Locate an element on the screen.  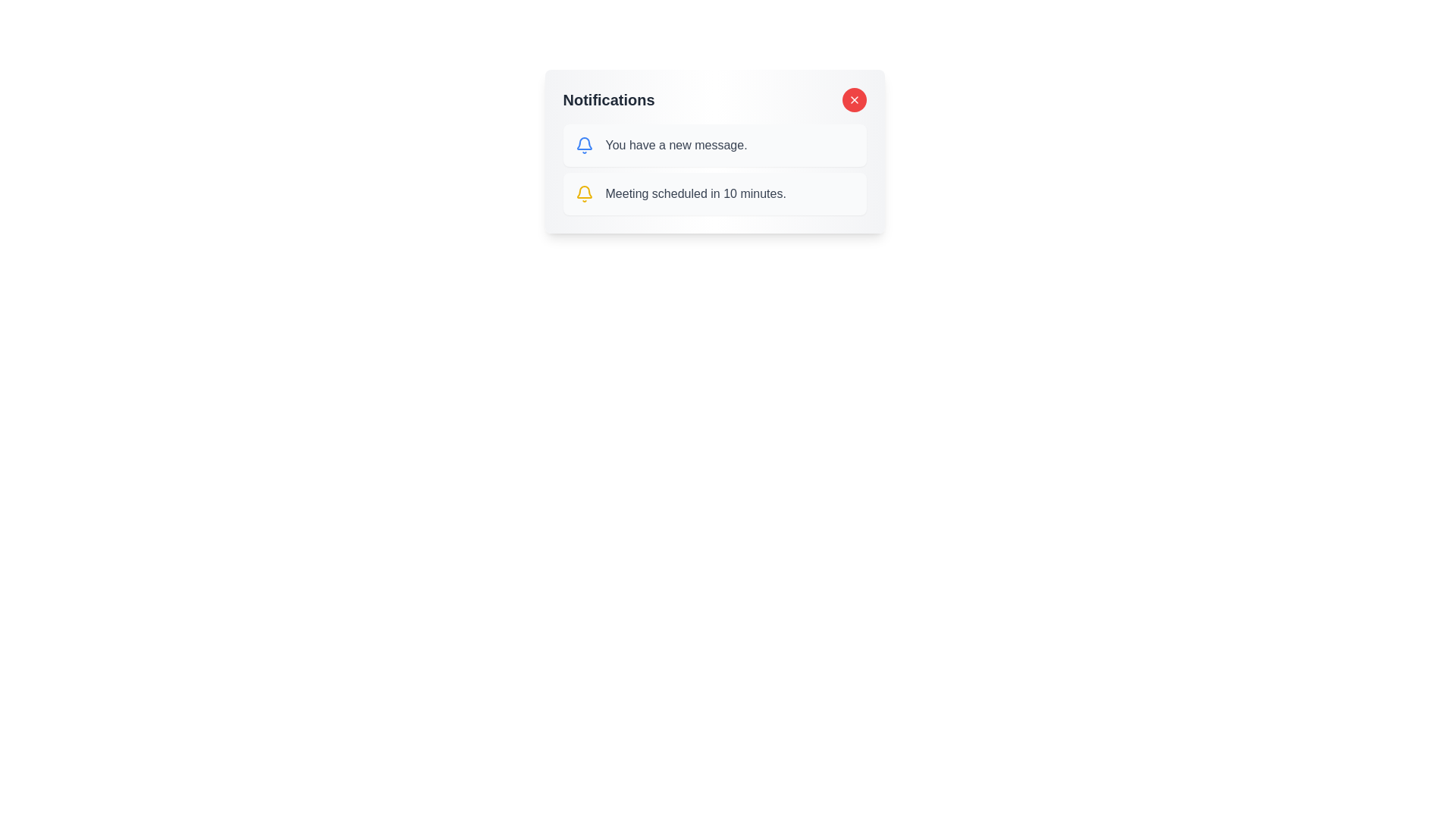
the circular red button with a white cross icon located in the top-right corner of the notifications header is located at coordinates (854, 99).